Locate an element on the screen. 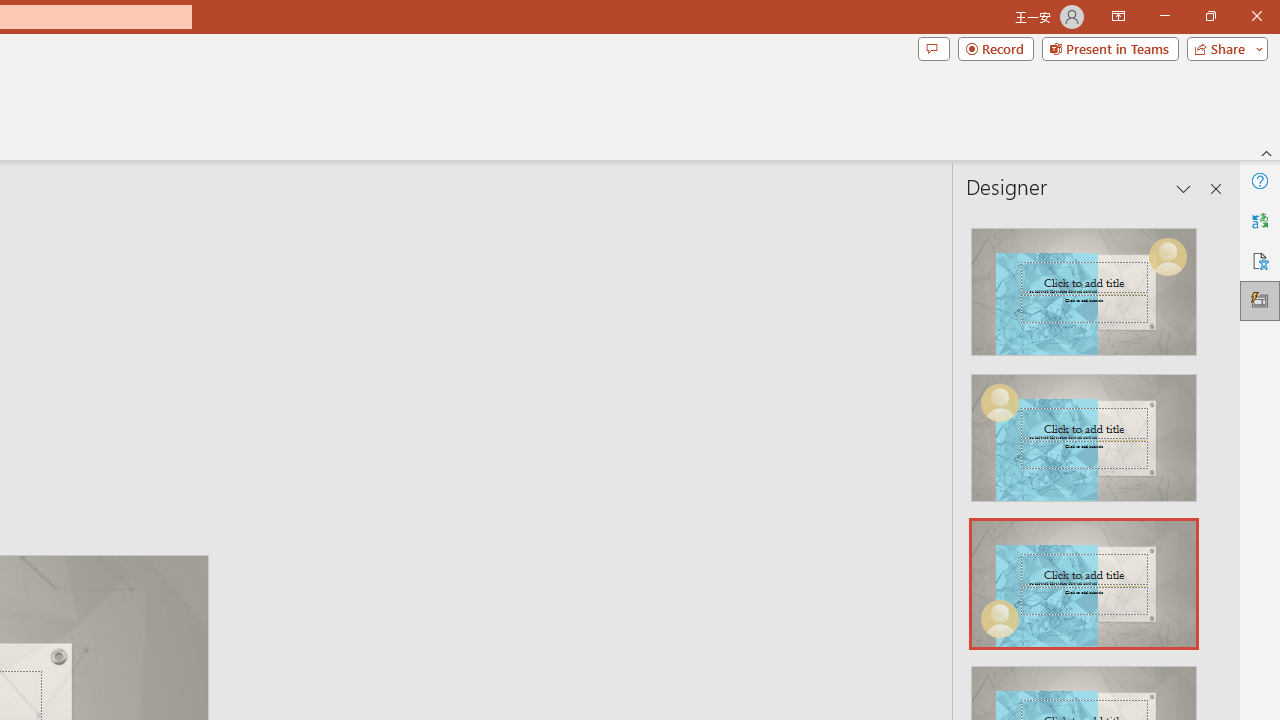 The image size is (1280, 720). 'Share' is located at coordinates (1222, 47).